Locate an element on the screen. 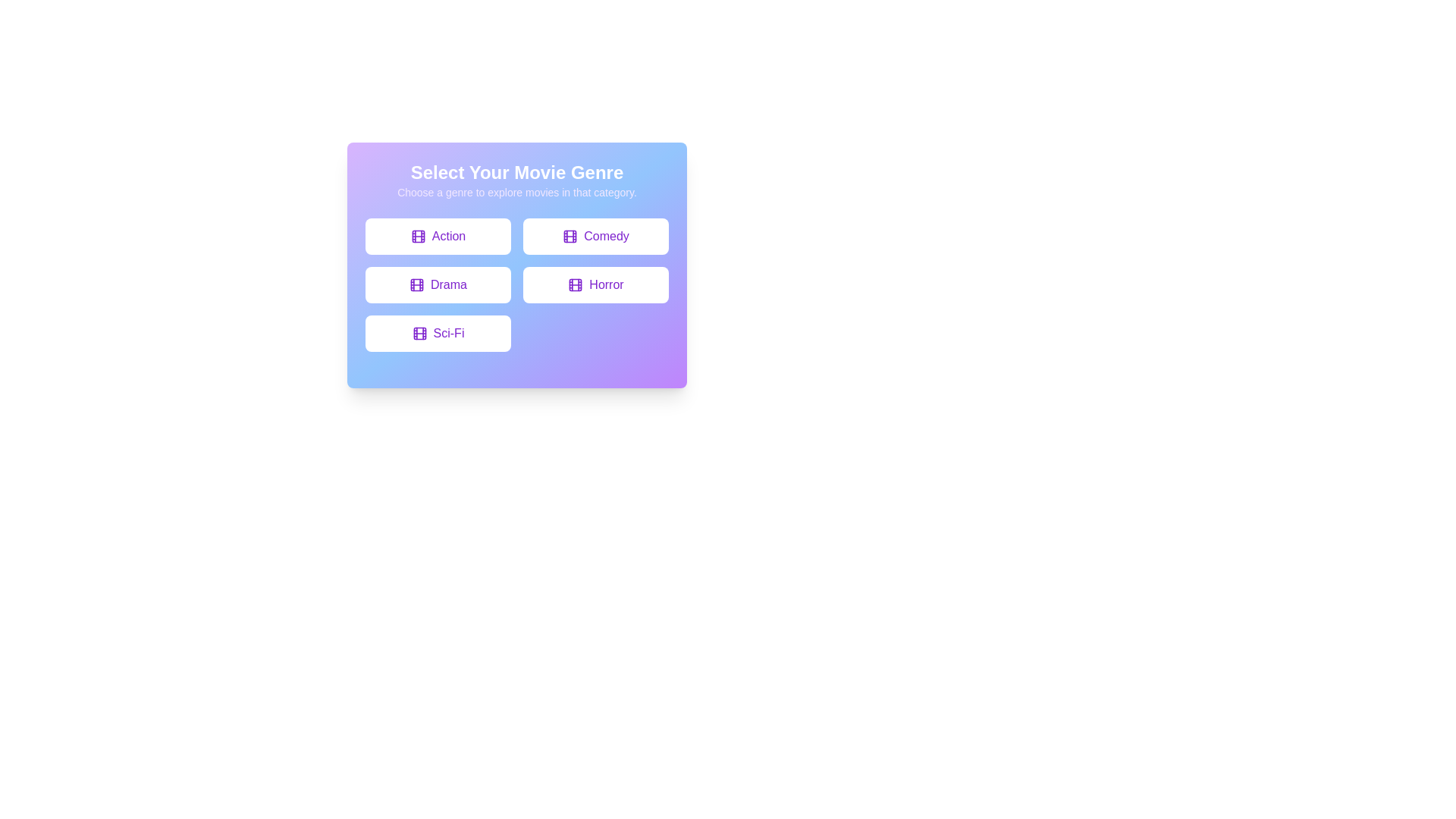 The image size is (1456, 819). the button corresponding to the genre Sci-Fi is located at coordinates (437, 332).